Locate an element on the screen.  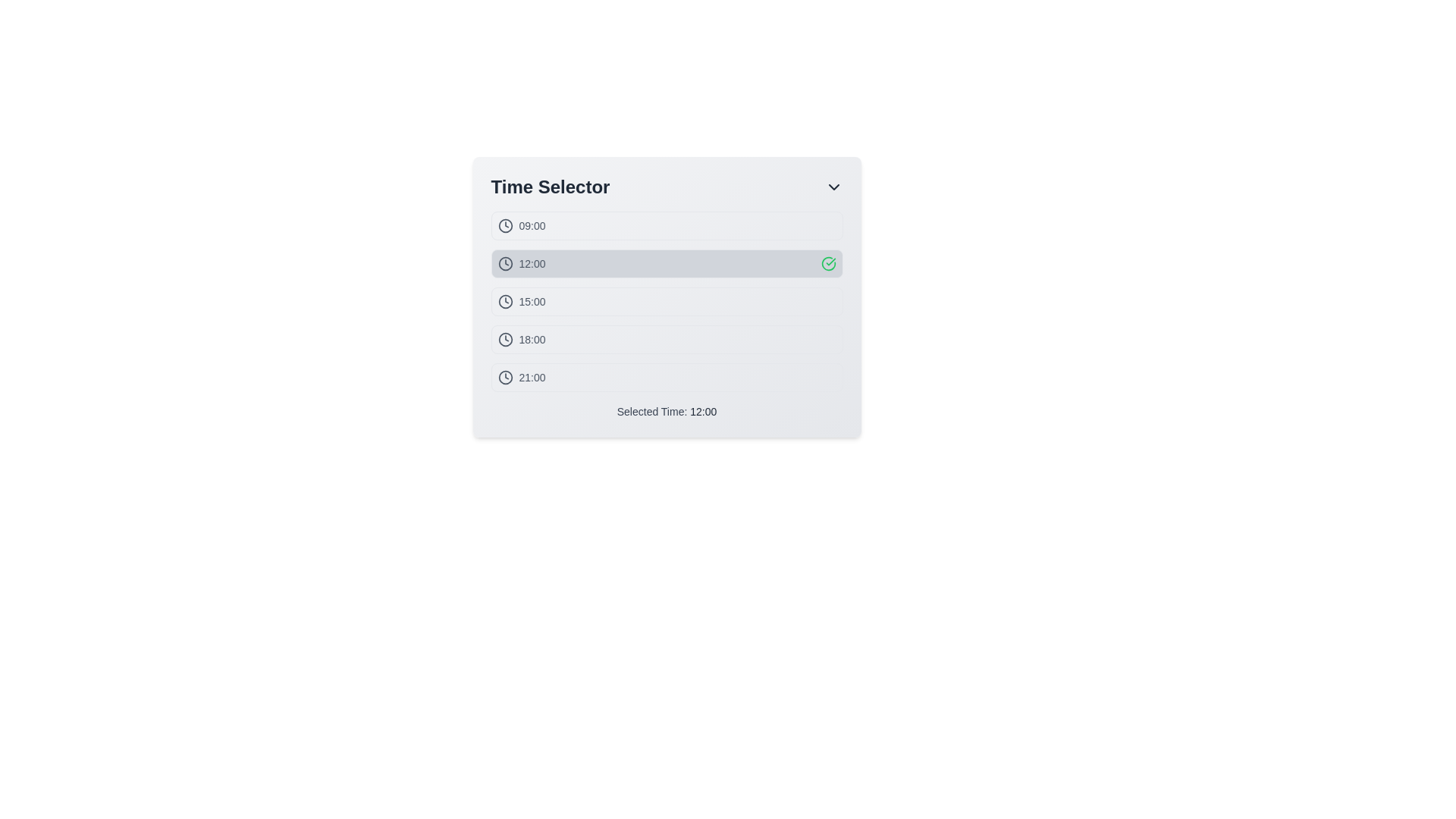
the circular element representing the clock face in the SVG graphic located next to the '09:00' option in the time selection list is located at coordinates (505, 225).